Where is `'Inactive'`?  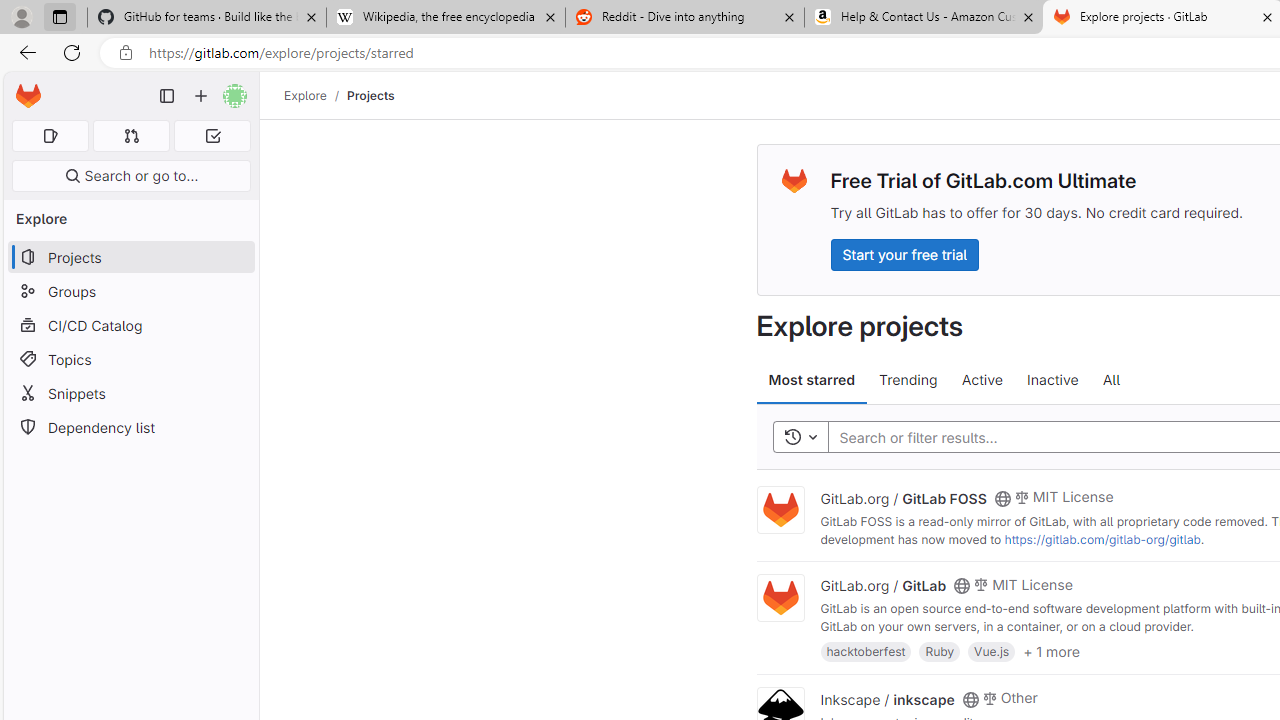
'Inactive' is located at coordinates (1051, 380).